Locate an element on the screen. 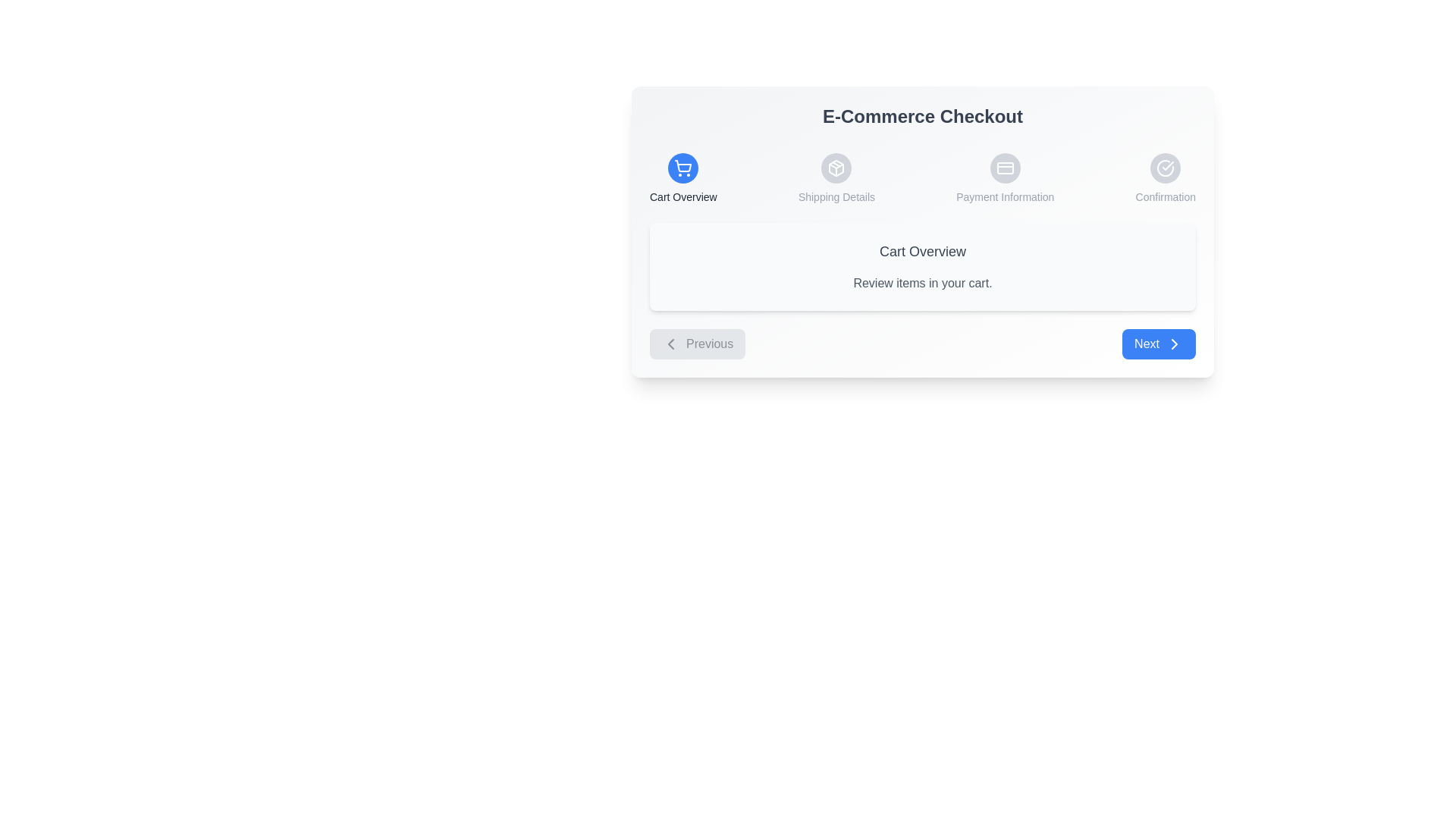 Image resolution: width=1456 pixels, height=819 pixels. the visual indicator icon in the top-right section of the interface that signals the Confirmation step of a multi-step process is located at coordinates (1165, 168).